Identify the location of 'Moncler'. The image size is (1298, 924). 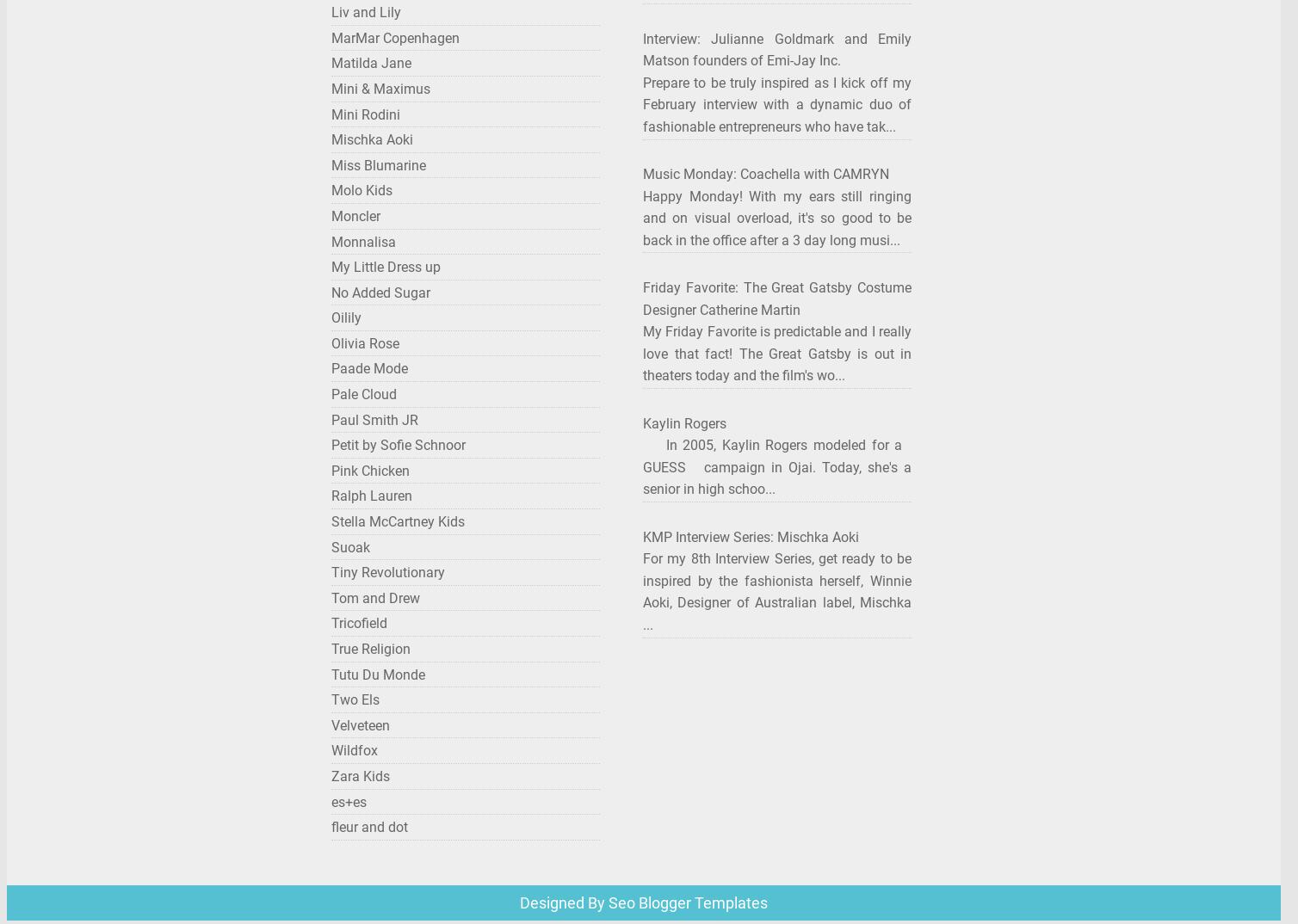
(331, 214).